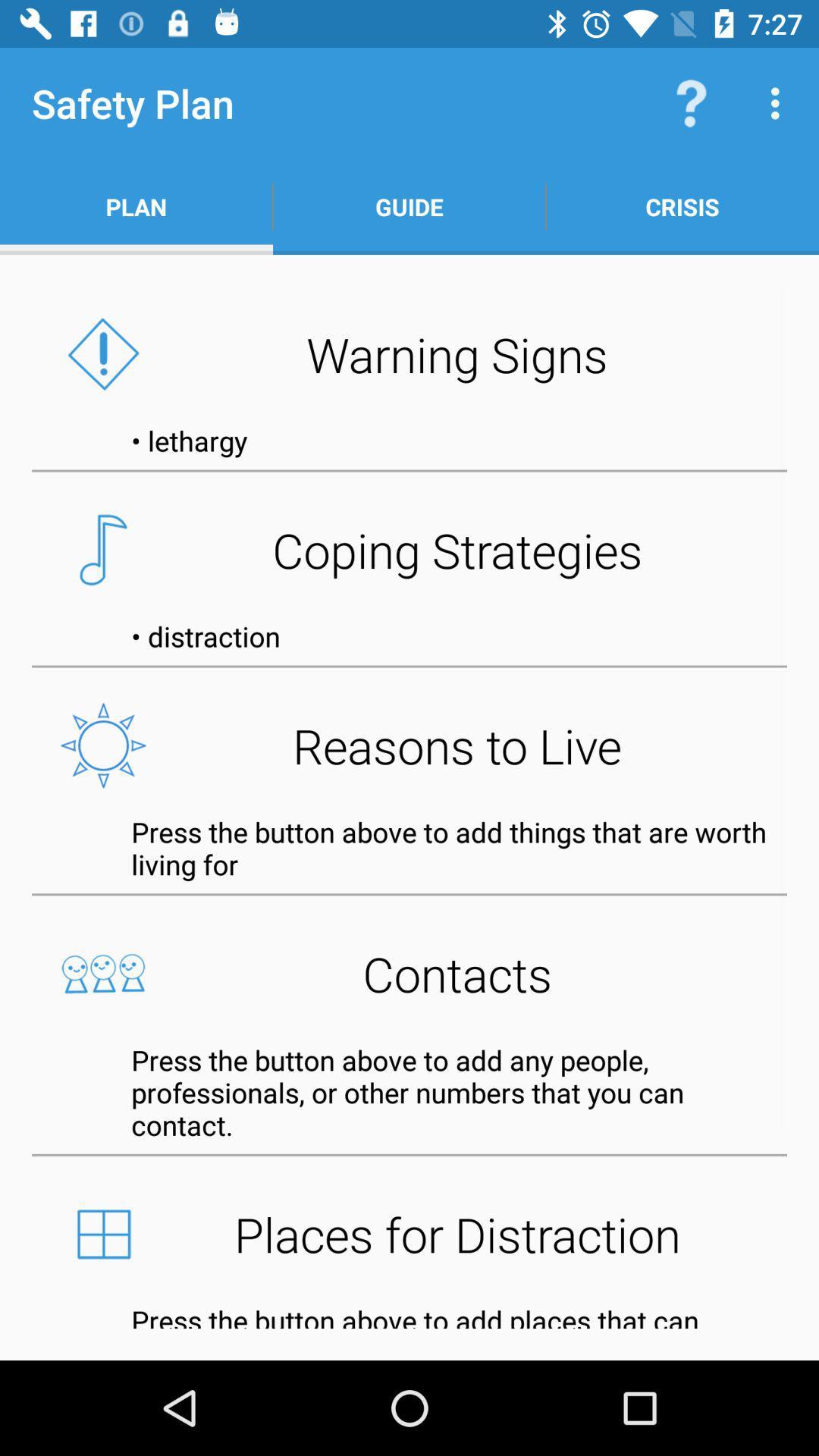 The image size is (819, 1456). Describe the element at coordinates (691, 102) in the screenshot. I see `the icon to the right of guide app` at that location.